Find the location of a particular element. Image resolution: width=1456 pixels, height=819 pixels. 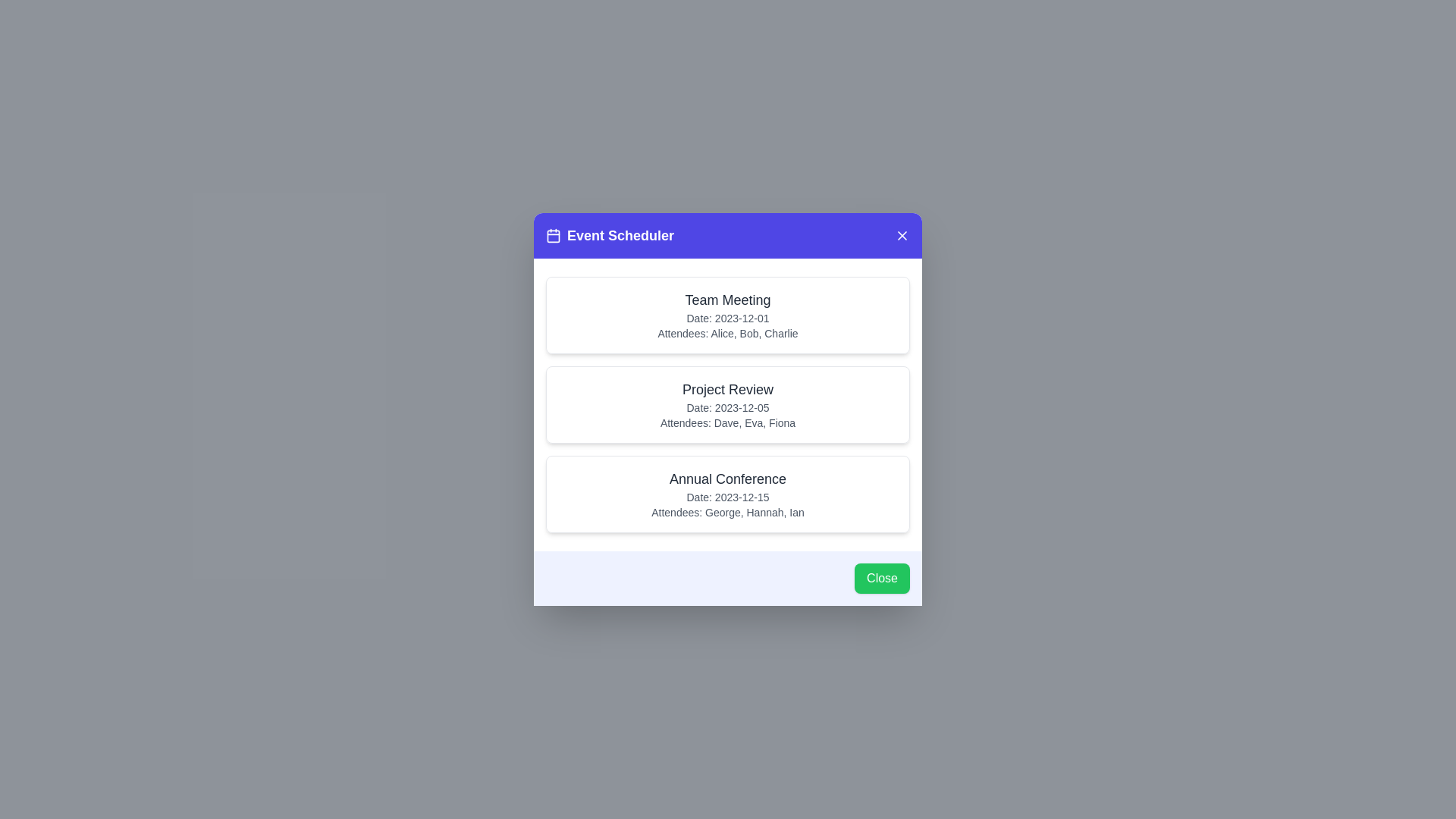

the event card titled 'Annual Conference' to view its details is located at coordinates (728, 494).